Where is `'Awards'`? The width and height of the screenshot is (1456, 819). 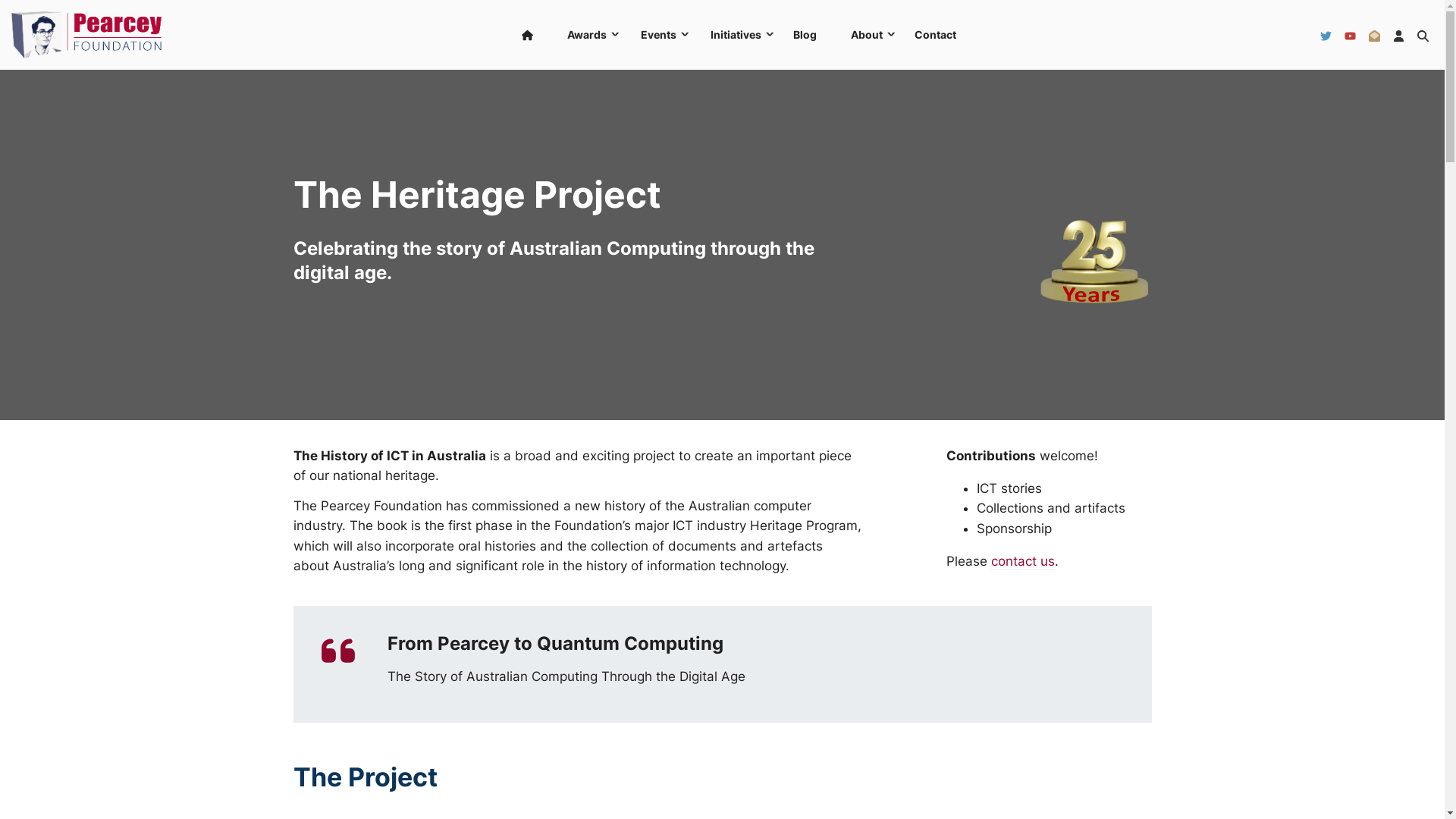
'Awards' is located at coordinates (585, 34).